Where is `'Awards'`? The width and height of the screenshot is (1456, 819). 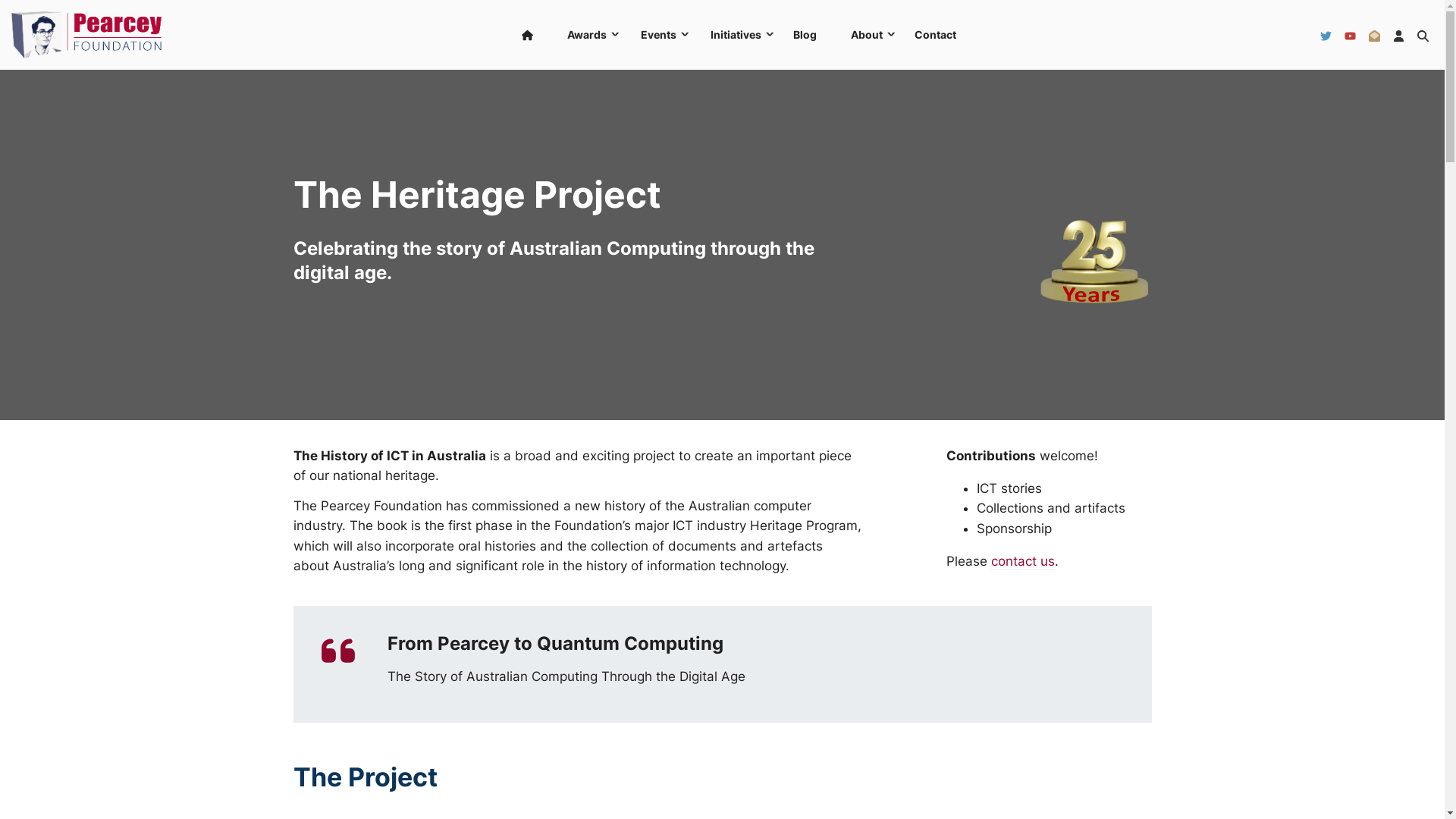
'Awards' is located at coordinates (585, 34).